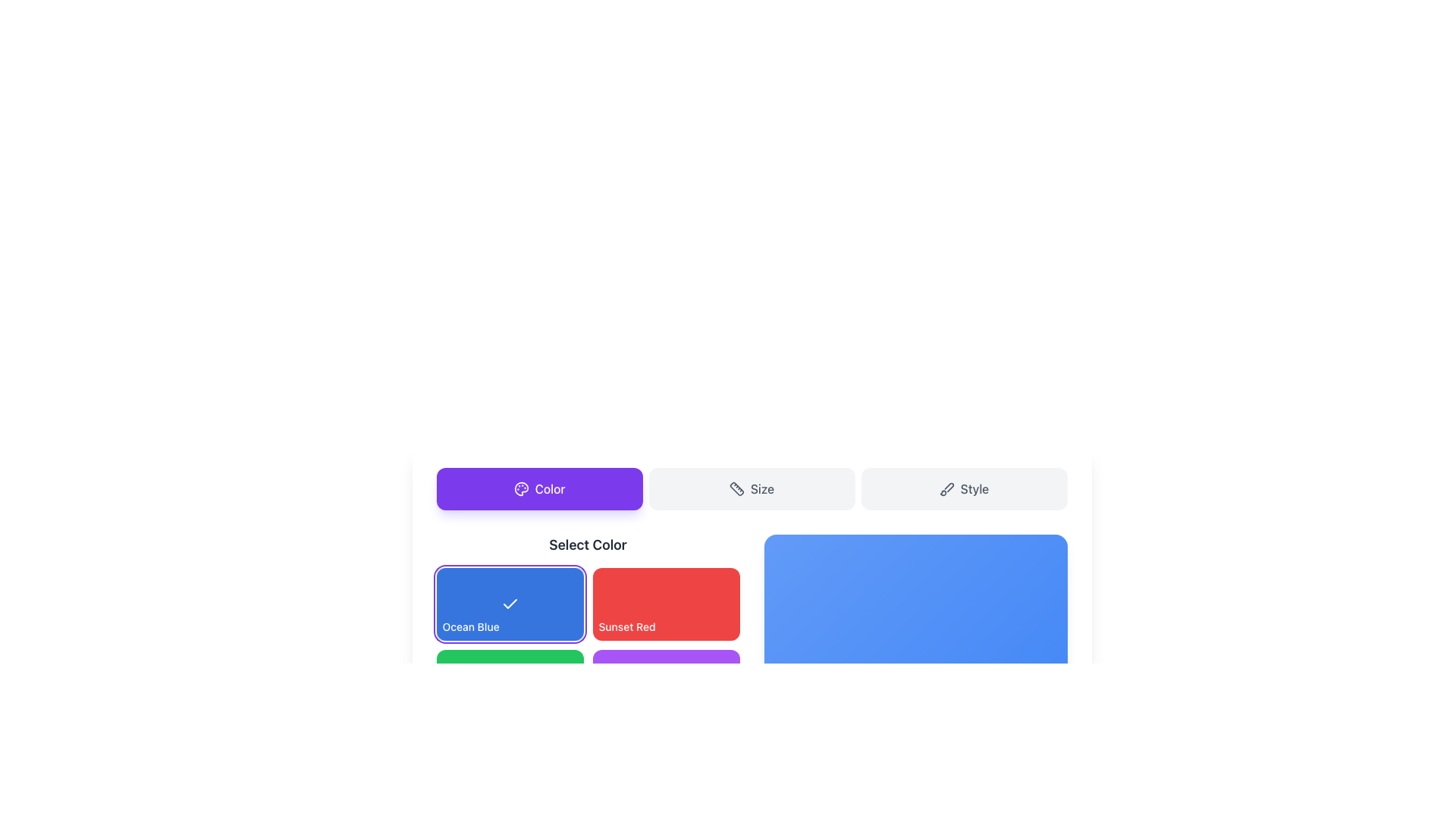 Image resolution: width=1456 pixels, height=819 pixels. What do you see at coordinates (752, 488) in the screenshot?
I see `the middle button in the navigation bar that filters or selects items based on size` at bounding box center [752, 488].